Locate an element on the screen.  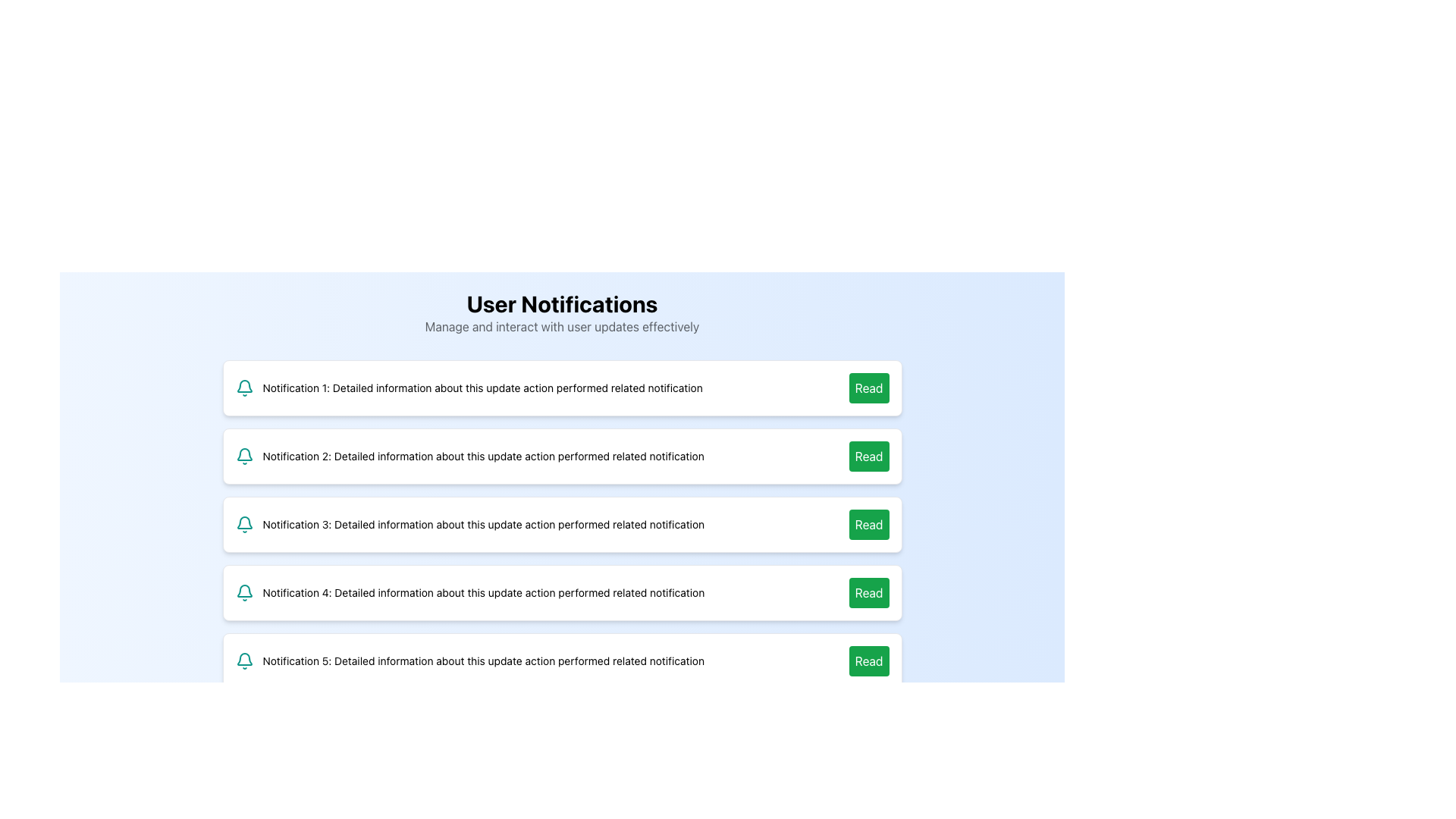
the text element that conveys details related to the fifth notification in the list to trigger additional information is located at coordinates (482, 660).